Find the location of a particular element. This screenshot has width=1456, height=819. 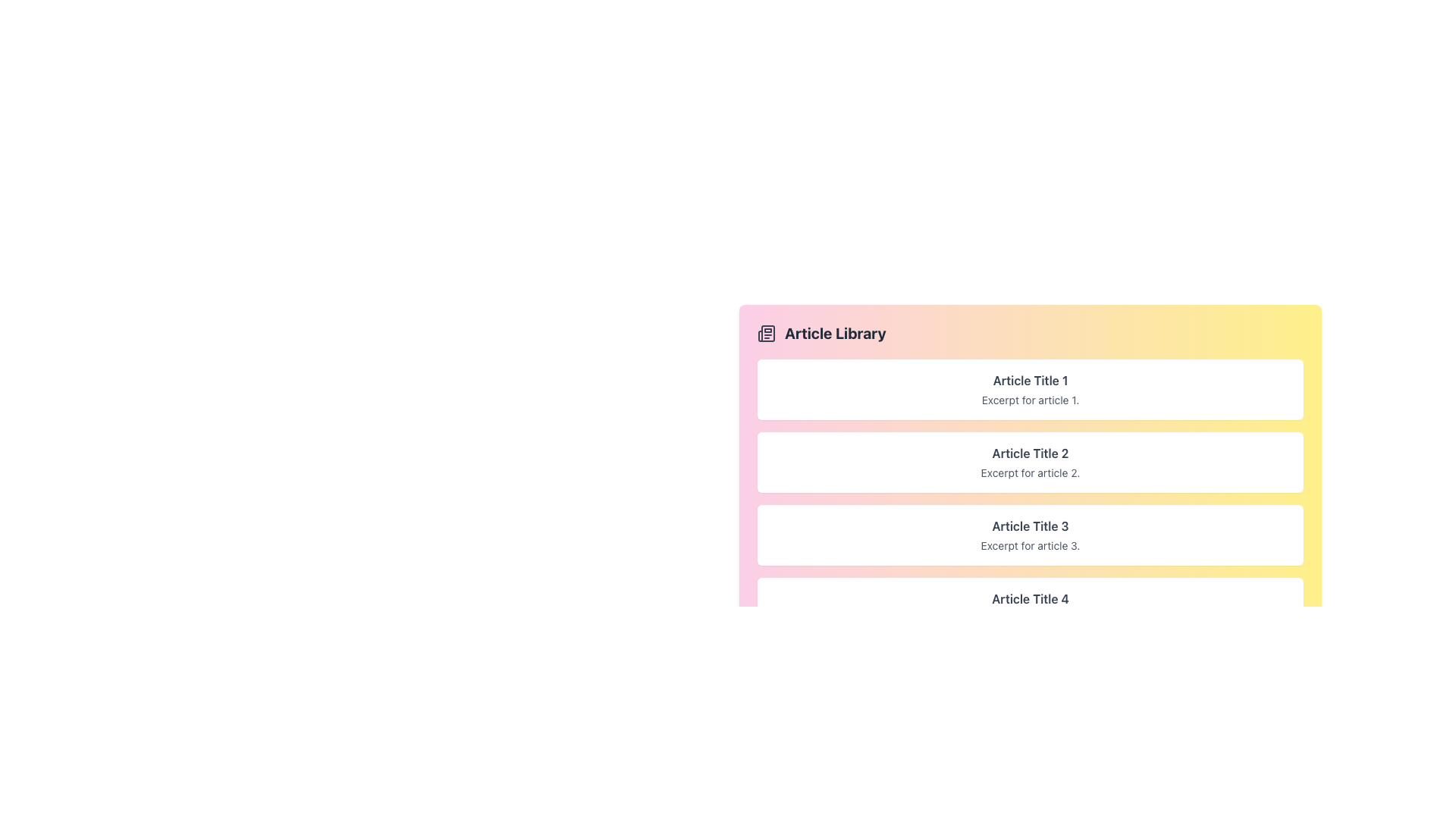

the text providing a brief description for 'Article Title 2', located directly below its title is located at coordinates (1030, 472).